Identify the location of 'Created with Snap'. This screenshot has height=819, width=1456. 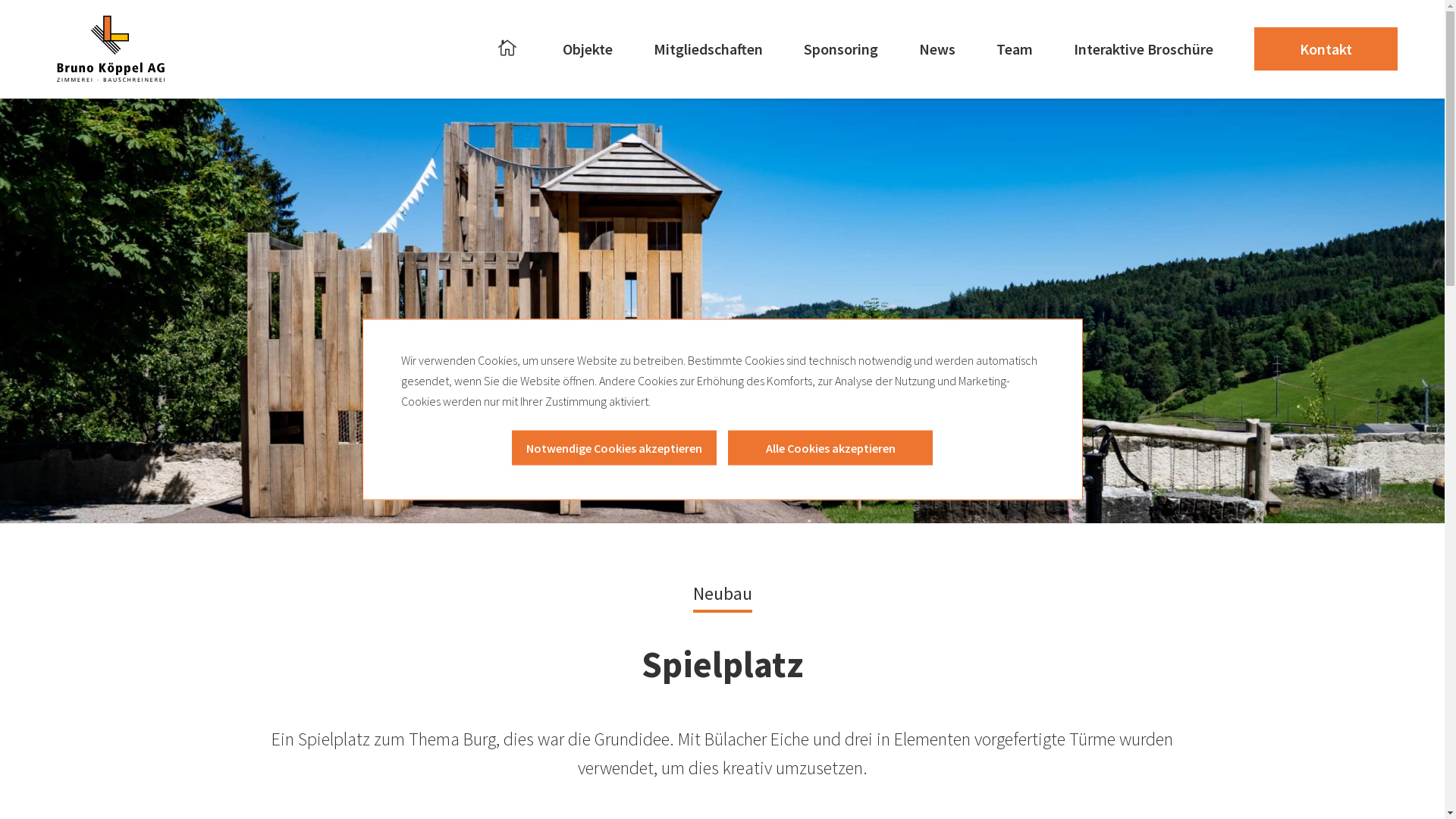
(111, 55).